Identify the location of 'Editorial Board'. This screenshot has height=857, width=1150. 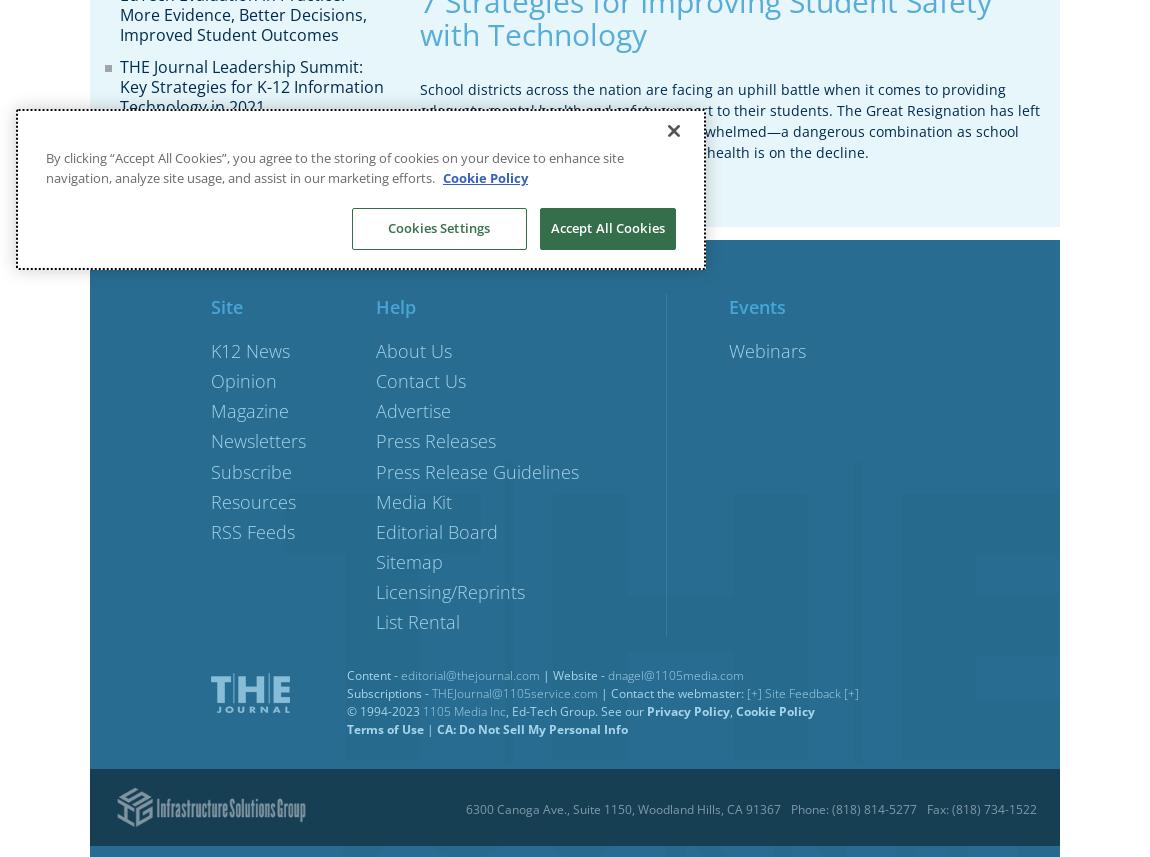
(437, 529).